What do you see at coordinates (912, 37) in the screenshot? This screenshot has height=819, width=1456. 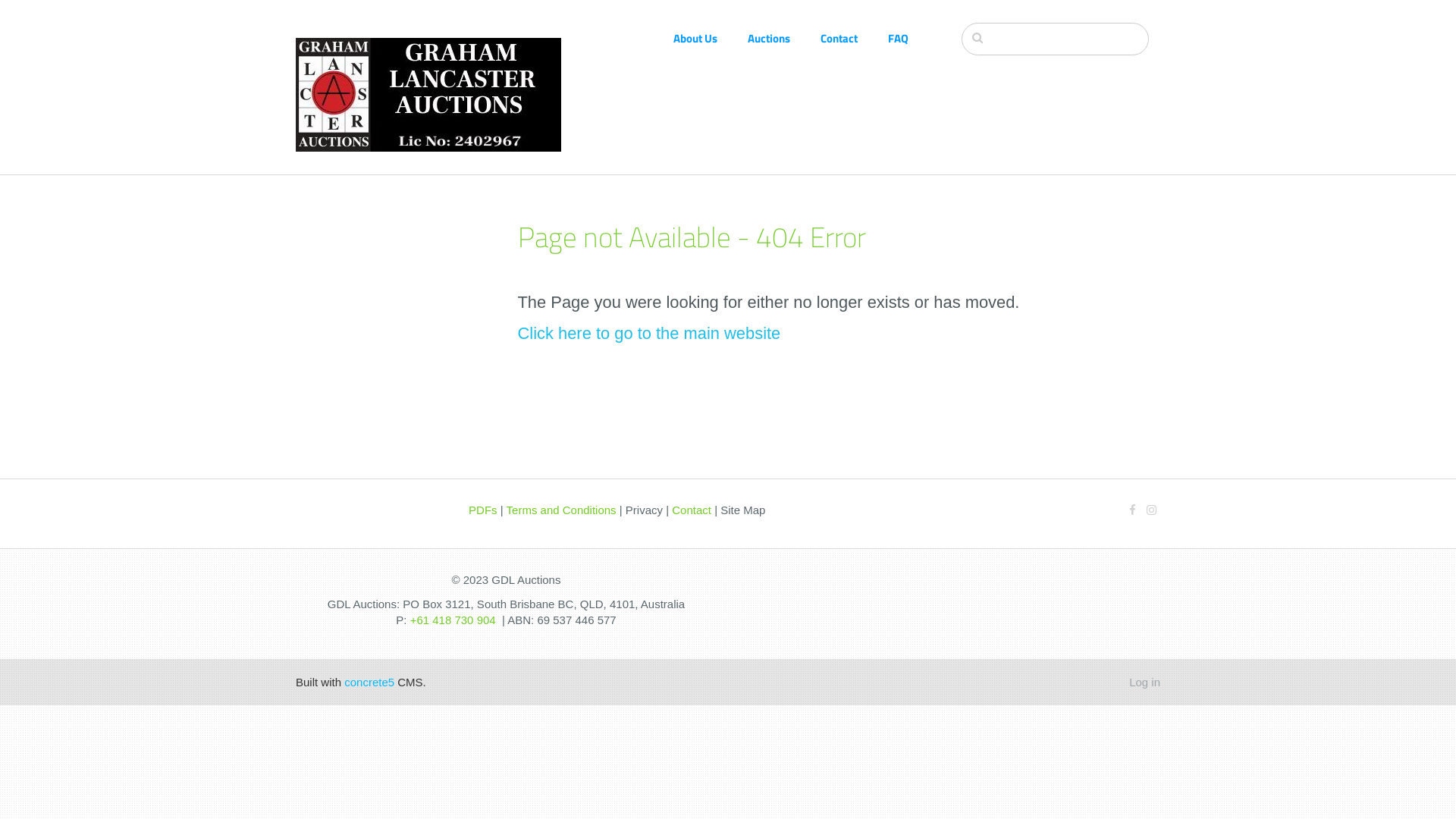 I see `'FAQ'` at bounding box center [912, 37].